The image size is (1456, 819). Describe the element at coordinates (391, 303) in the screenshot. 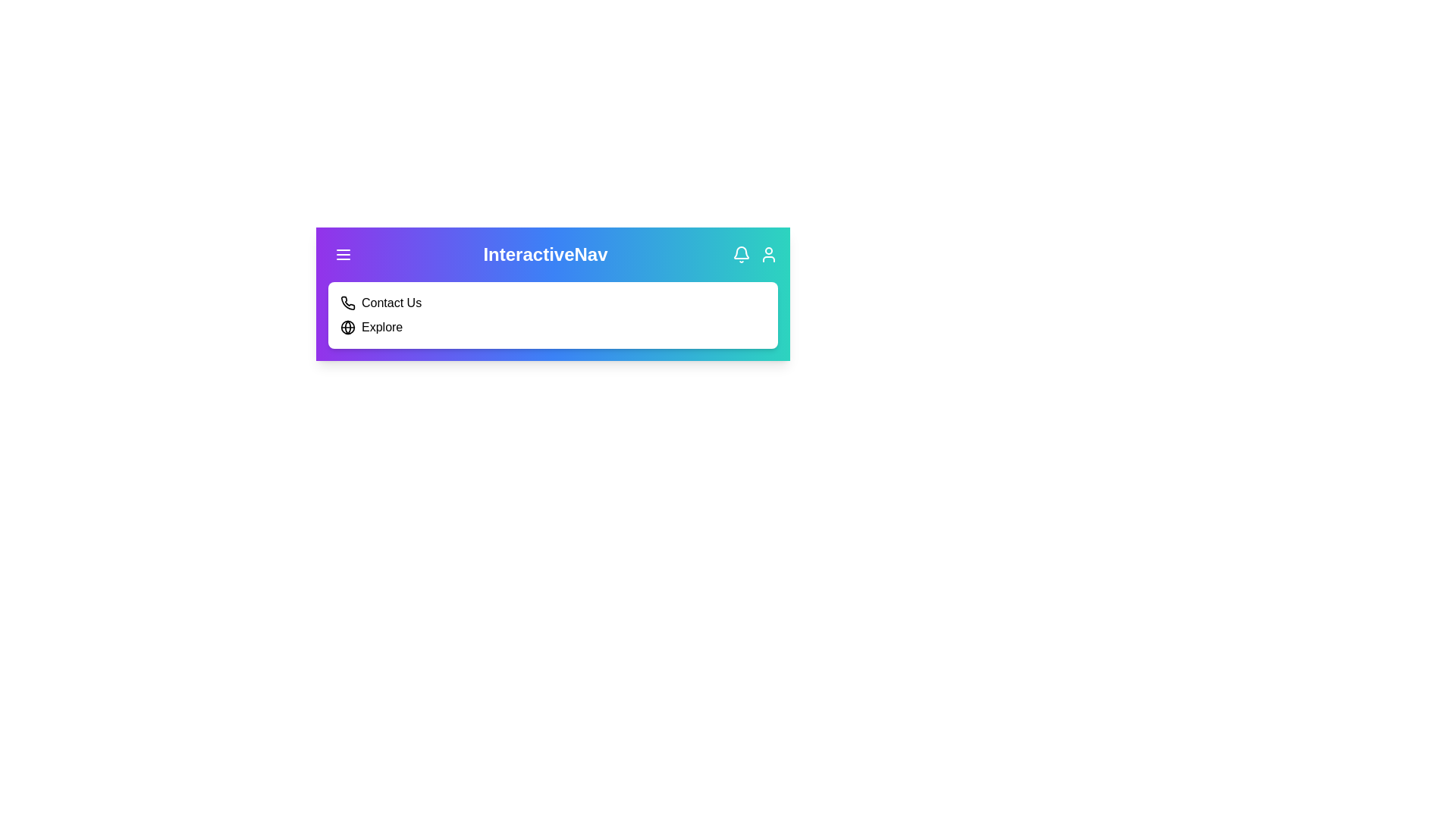

I see `the 'Contact Us' menu item` at that location.